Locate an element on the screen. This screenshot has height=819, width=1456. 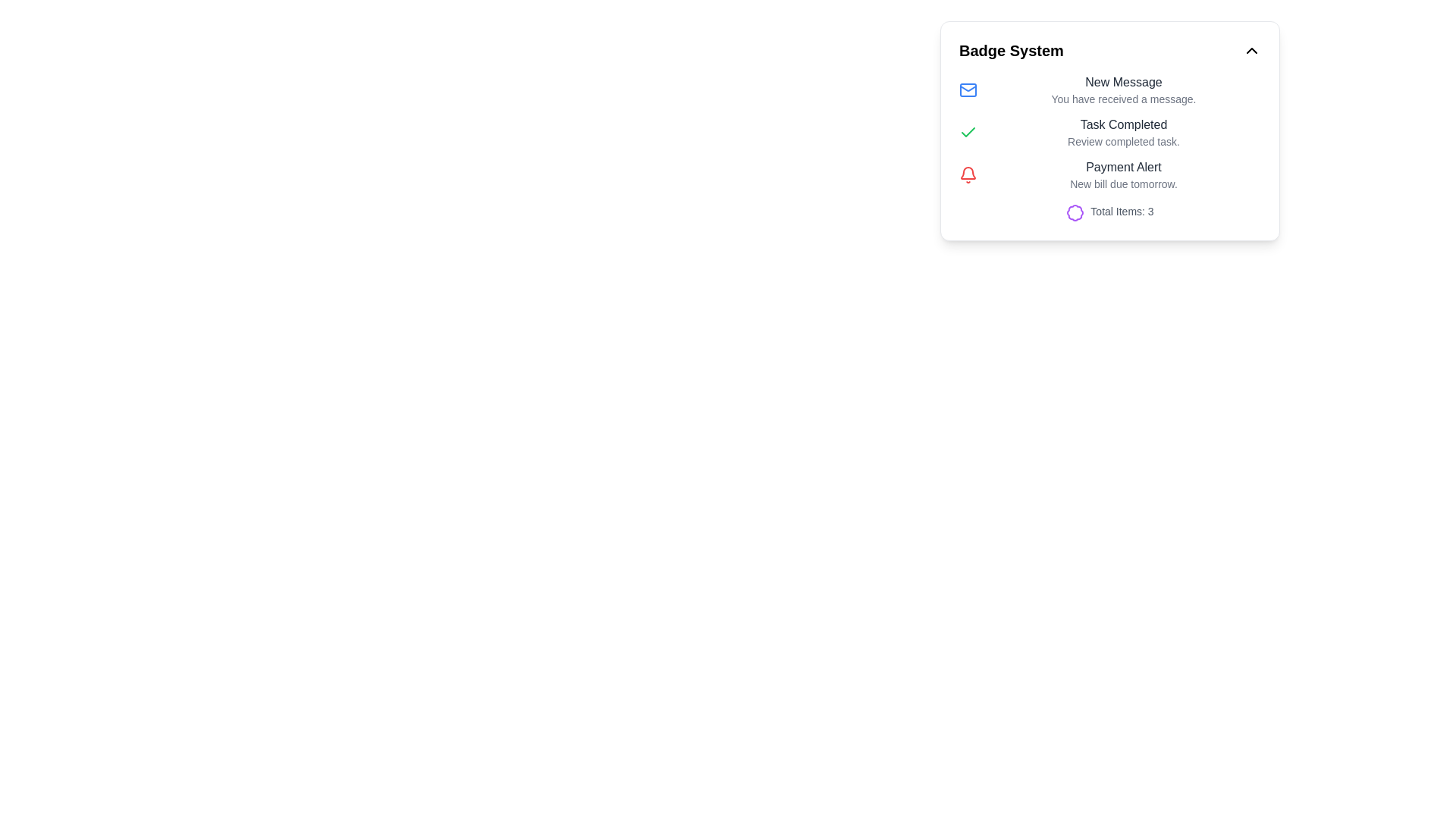
the dropdown toggle button located at the top-right corner of the 'Badge System' card is located at coordinates (1252, 49).